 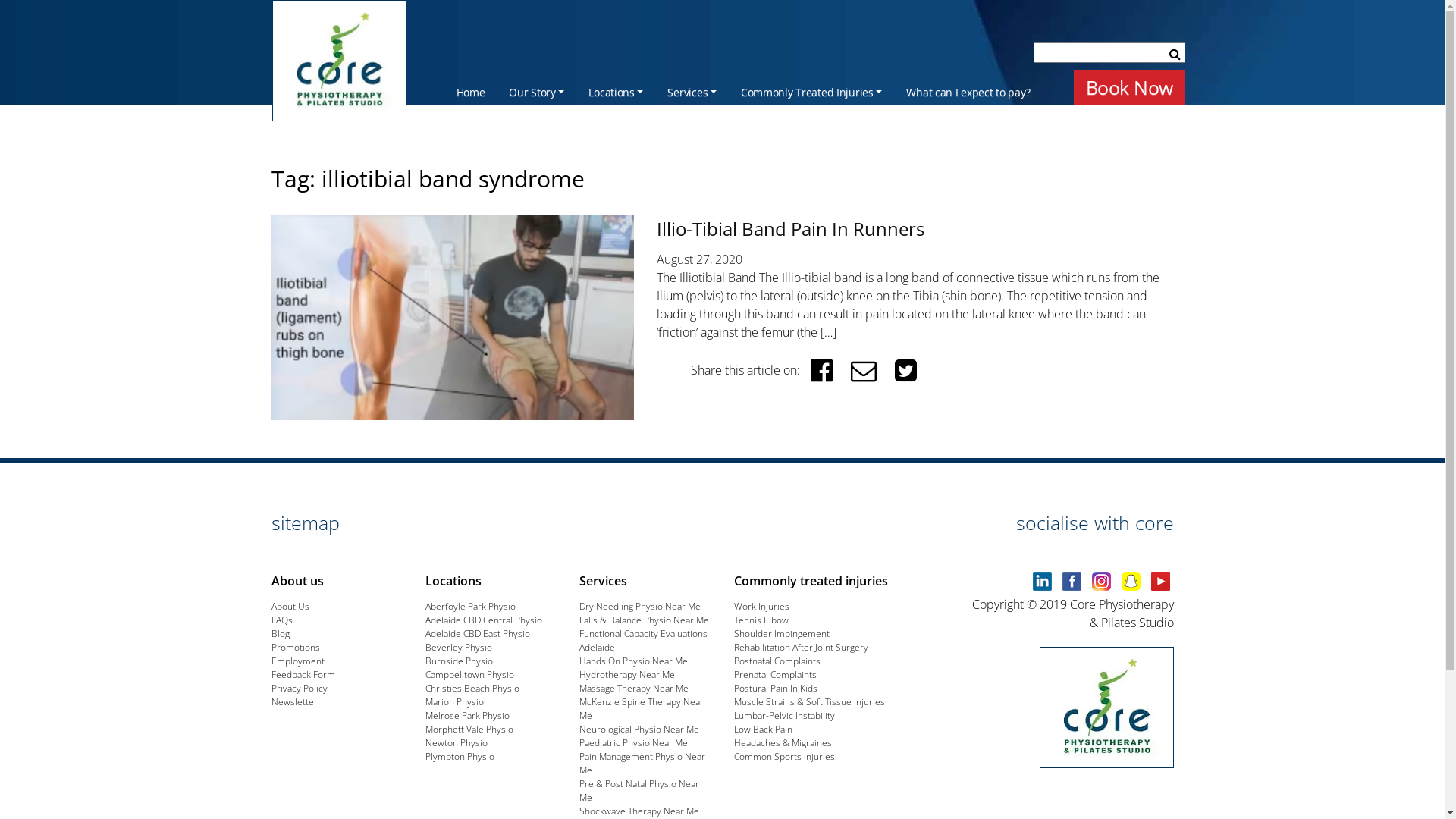 I want to click on 'Book Now', so click(x=1129, y=87).